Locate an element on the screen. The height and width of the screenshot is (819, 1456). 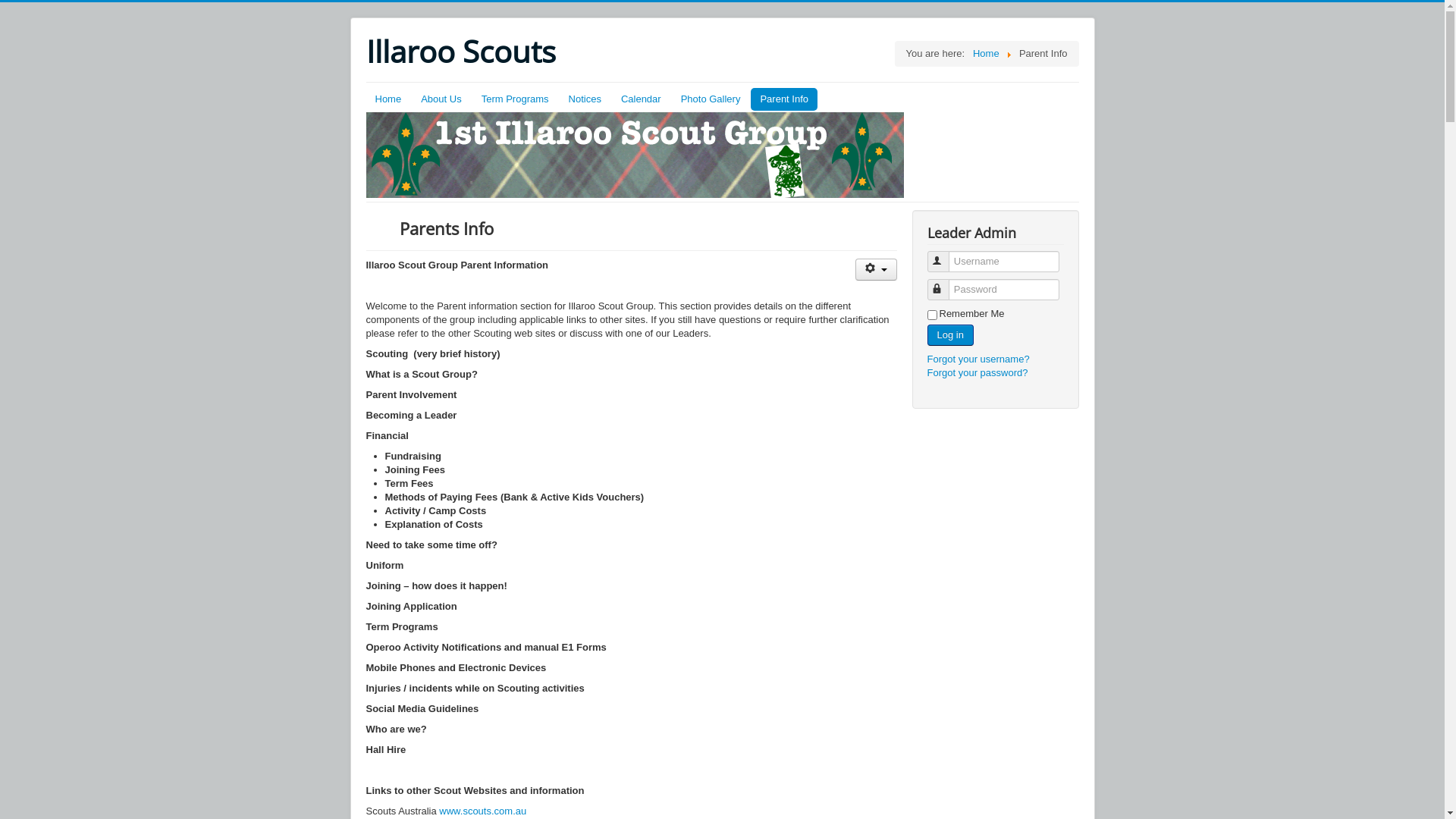
'Home' is located at coordinates (986, 52).